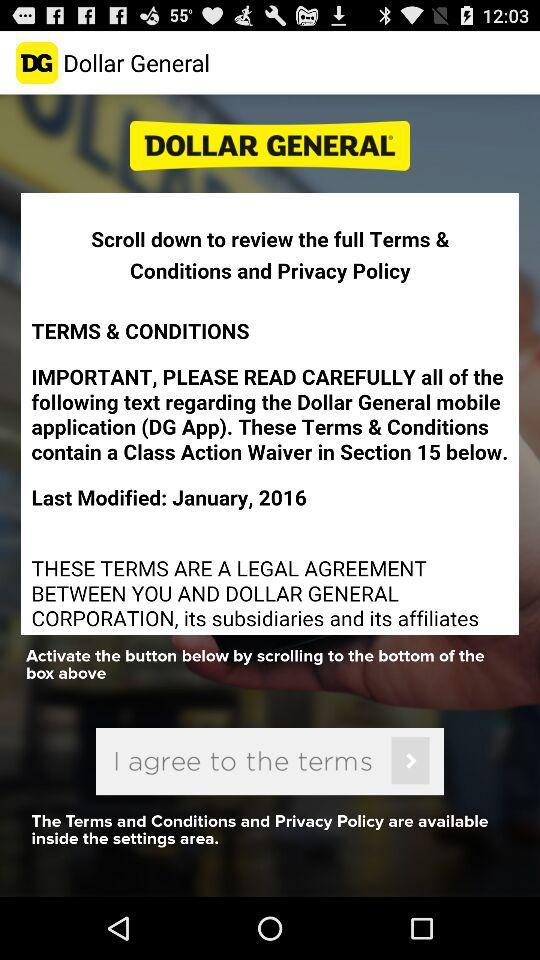  Describe the element at coordinates (270, 760) in the screenshot. I see `term agreement tab` at that location.